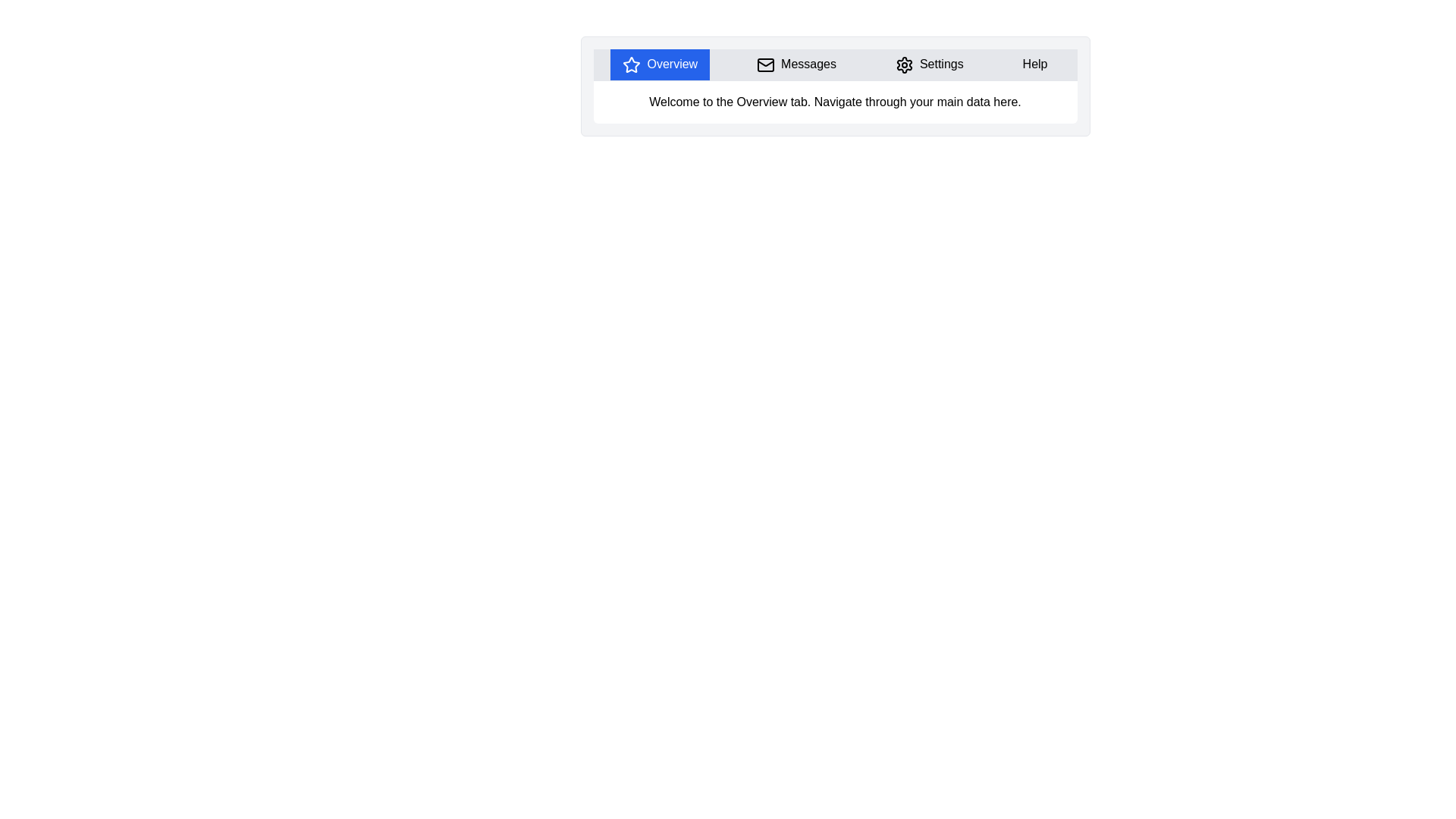 Image resolution: width=1456 pixels, height=819 pixels. I want to click on the tab labeled Messages to observe its hover effects, so click(795, 64).